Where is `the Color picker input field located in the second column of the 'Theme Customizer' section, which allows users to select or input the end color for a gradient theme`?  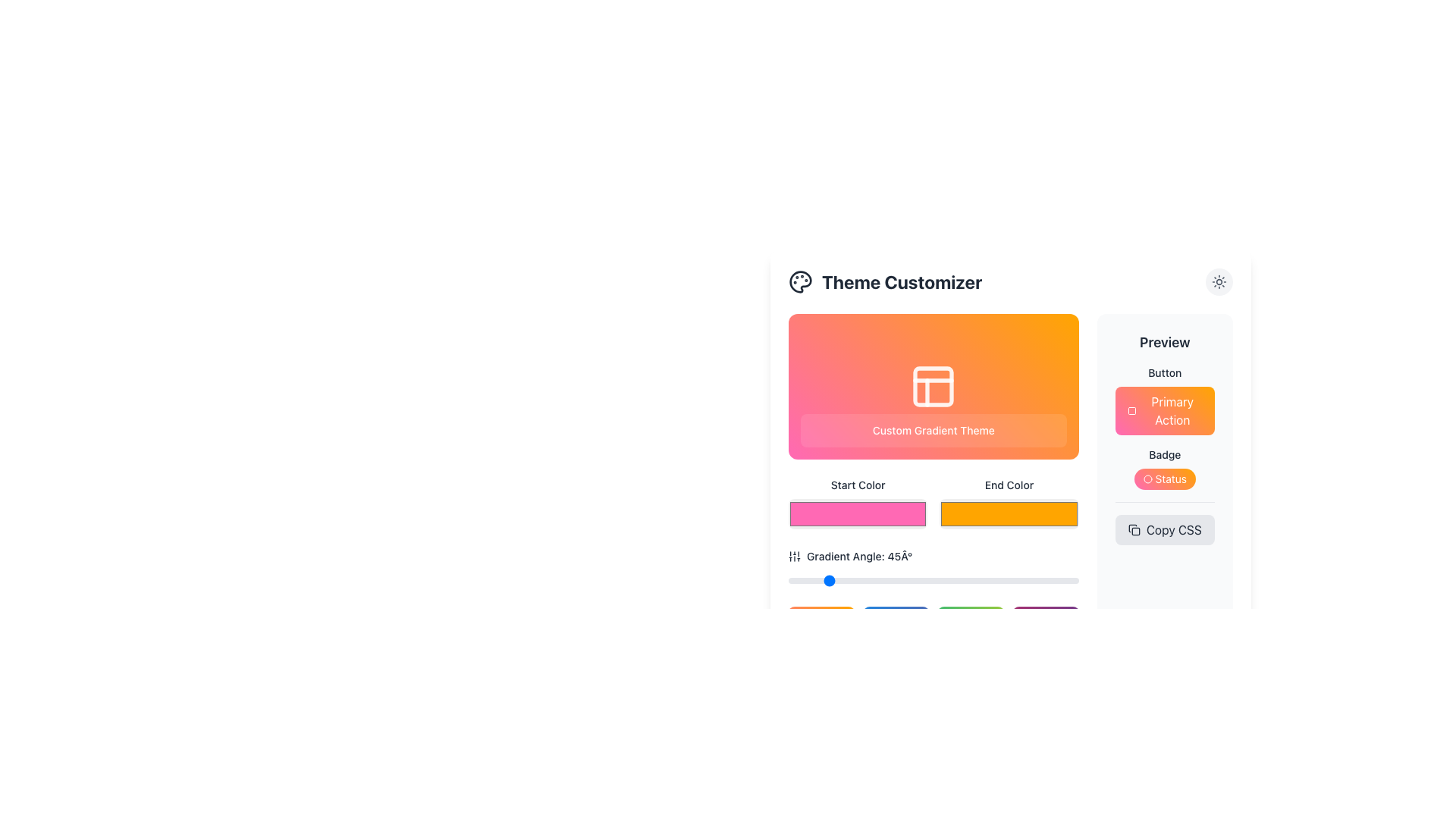
the Color picker input field located in the second column of the 'Theme Customizer' section, which allows users to select or input the end color for a gradient theme is located at coordinates (1009, 504).